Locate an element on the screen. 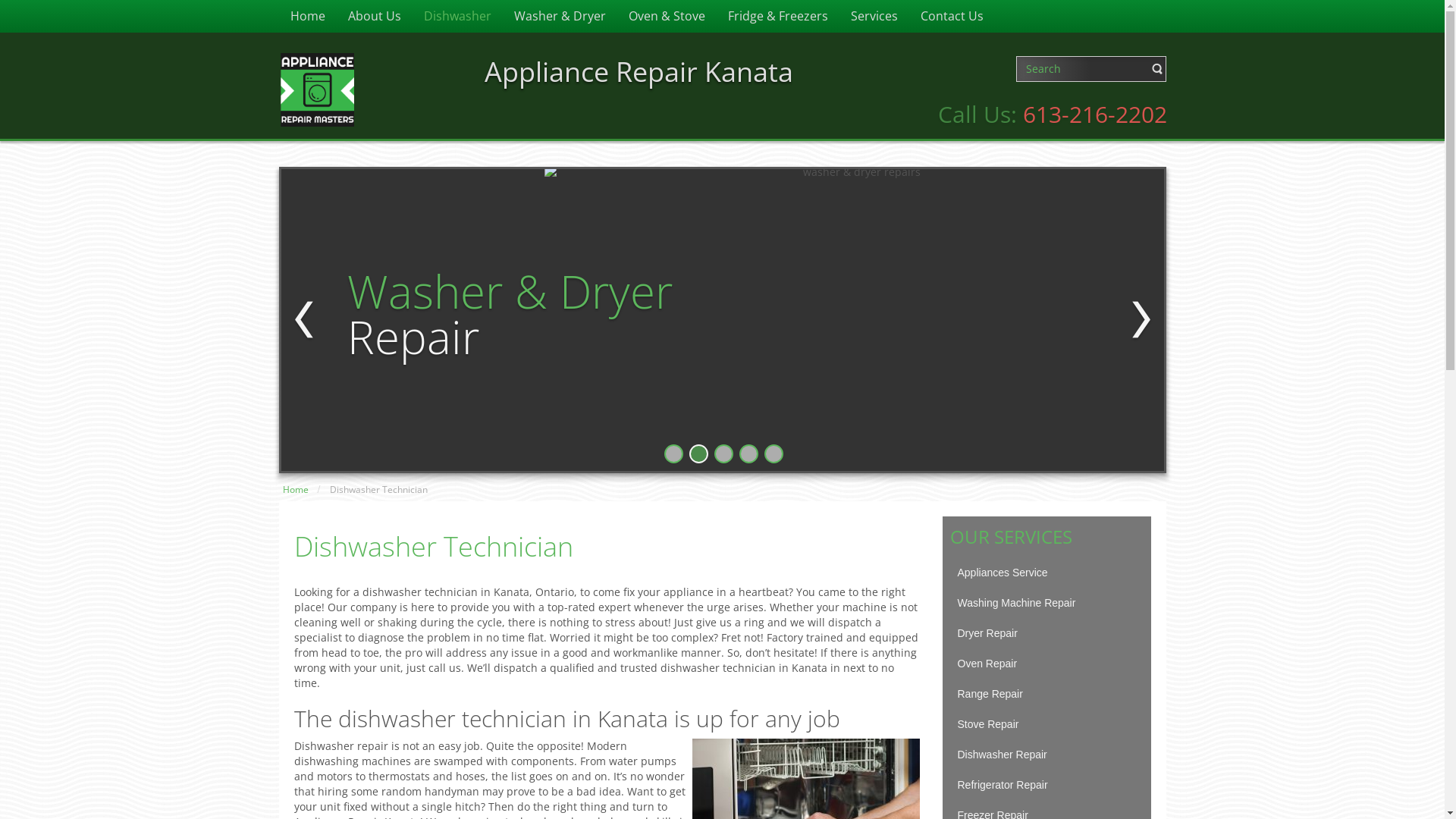 The image size is (1456, 819). 'Washing Machine Repair' is located at coordinates (1045, 601).